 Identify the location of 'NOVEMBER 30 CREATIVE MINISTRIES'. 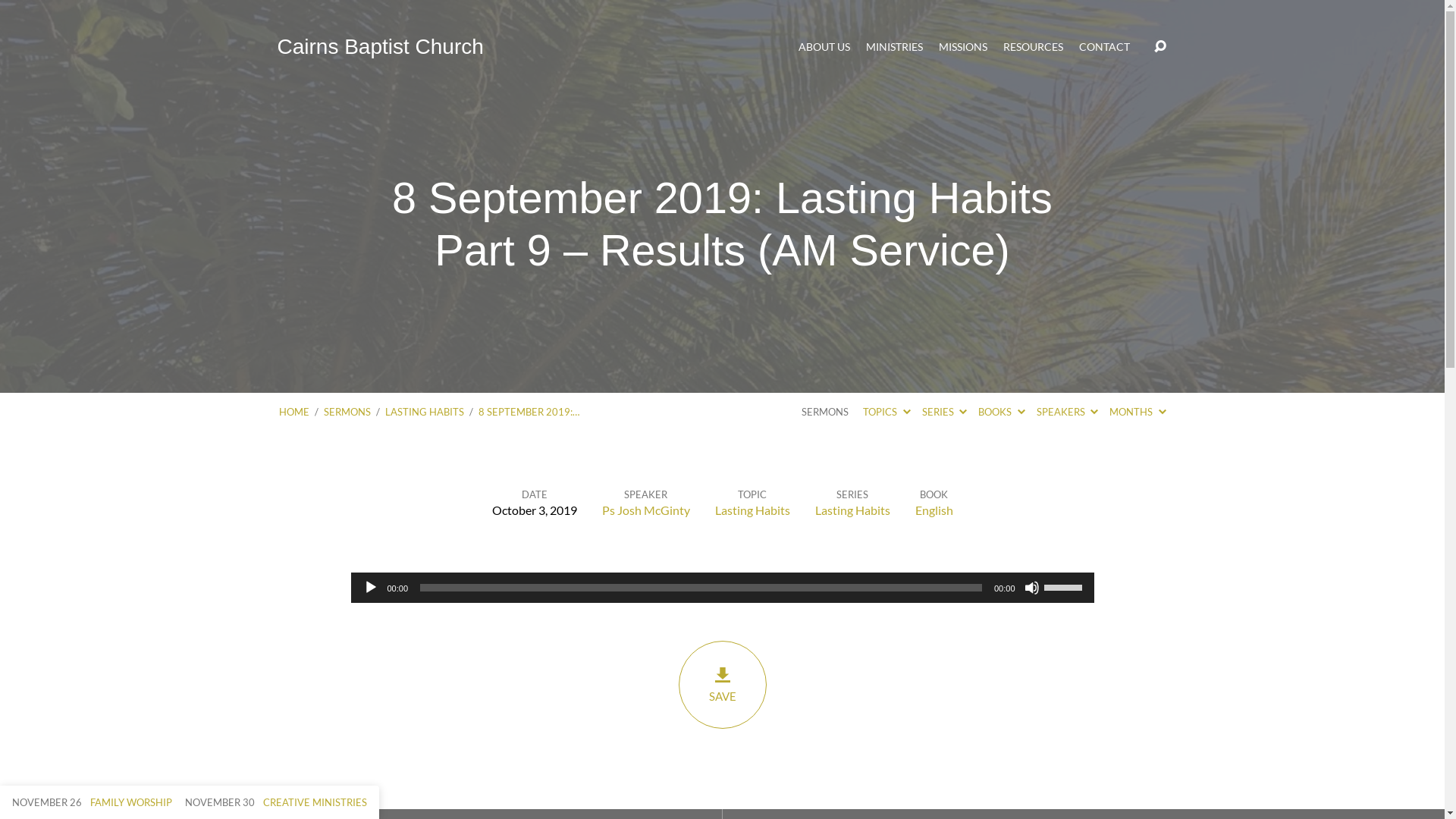
(276, 801).